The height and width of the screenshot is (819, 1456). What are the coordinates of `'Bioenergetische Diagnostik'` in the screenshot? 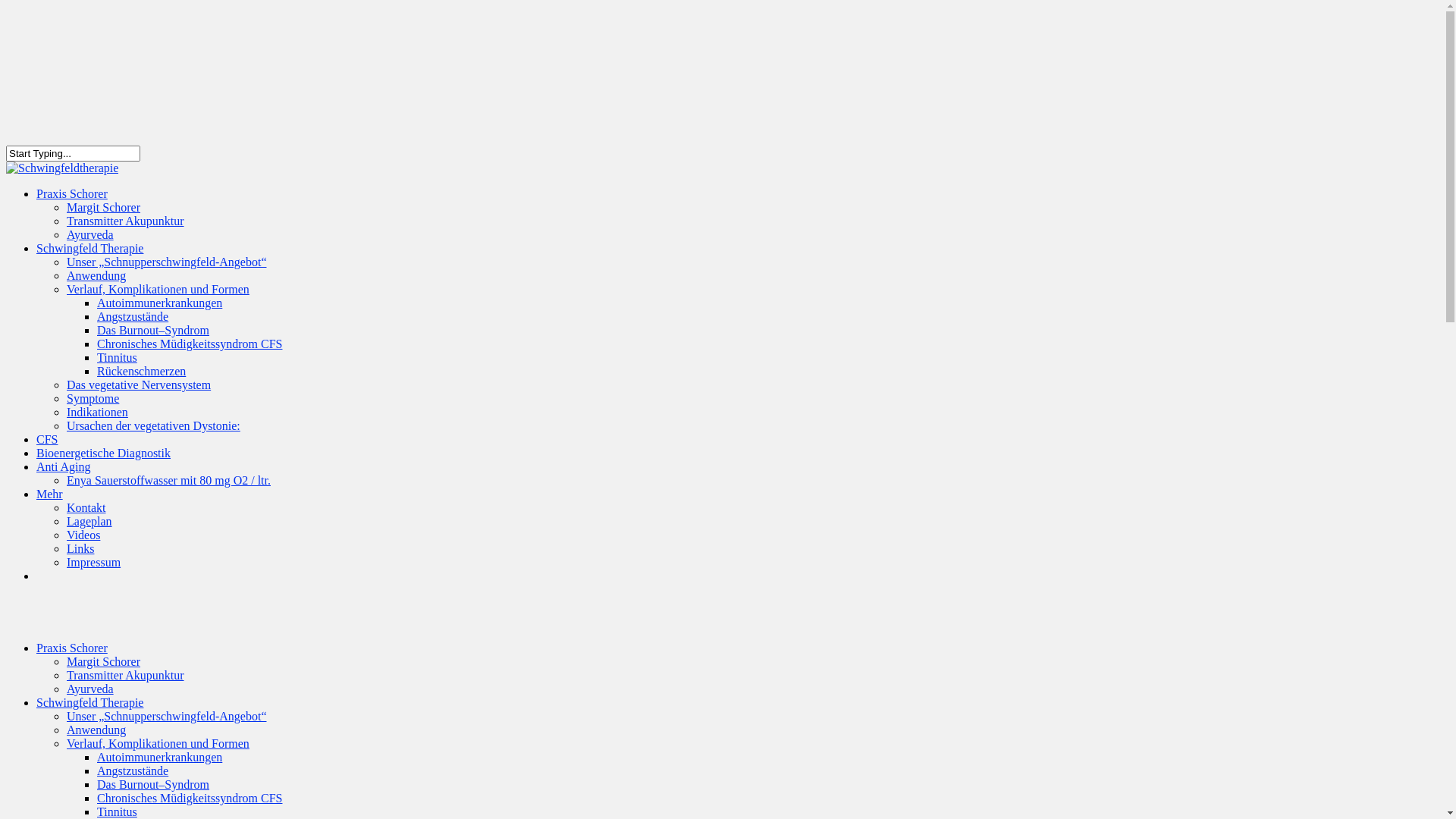 It's located at (102, 463).